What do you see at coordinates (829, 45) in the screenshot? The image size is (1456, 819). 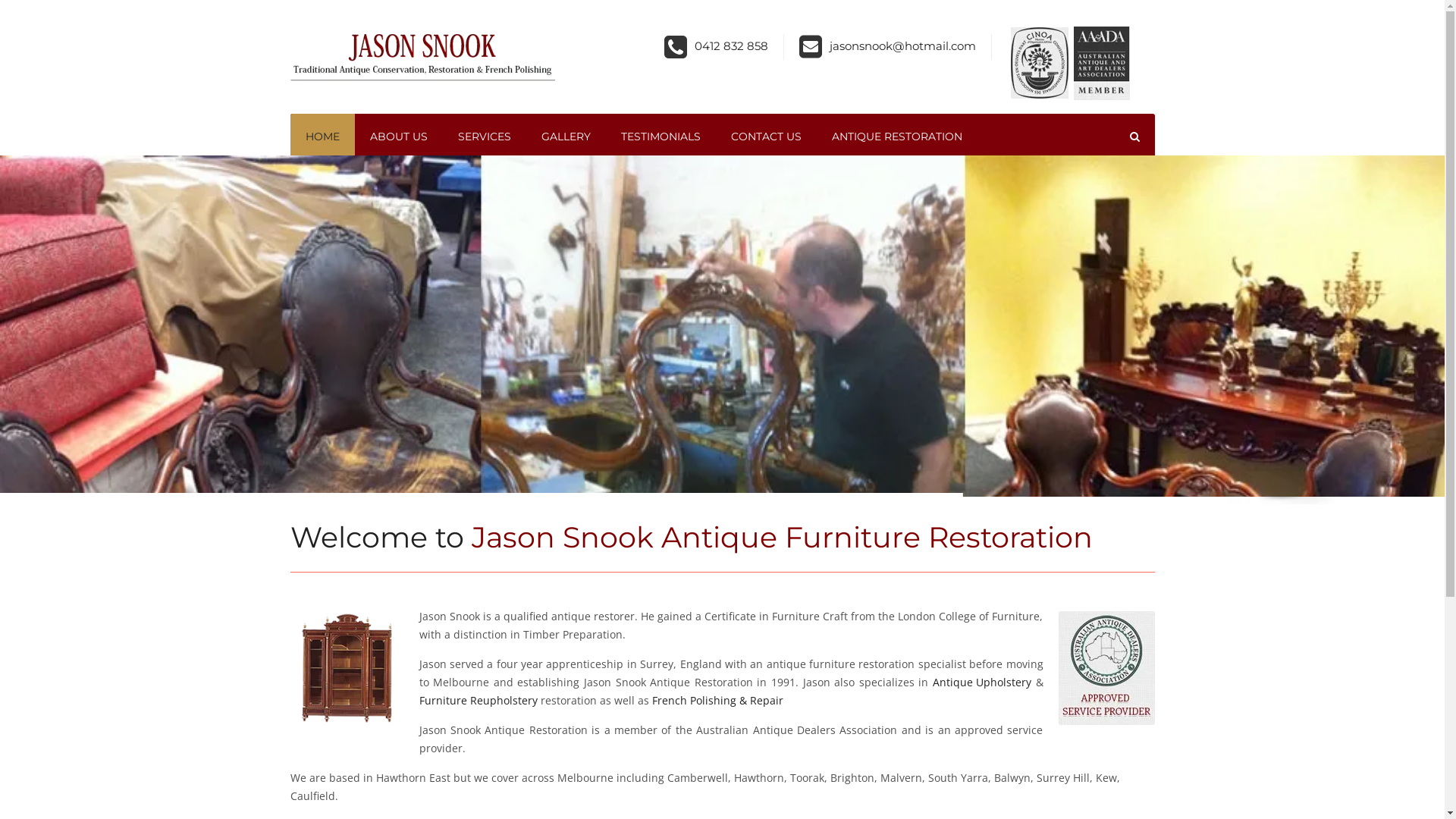 I see `'jasonsnook@hotmail.com'` at bounding box center [829, 45].